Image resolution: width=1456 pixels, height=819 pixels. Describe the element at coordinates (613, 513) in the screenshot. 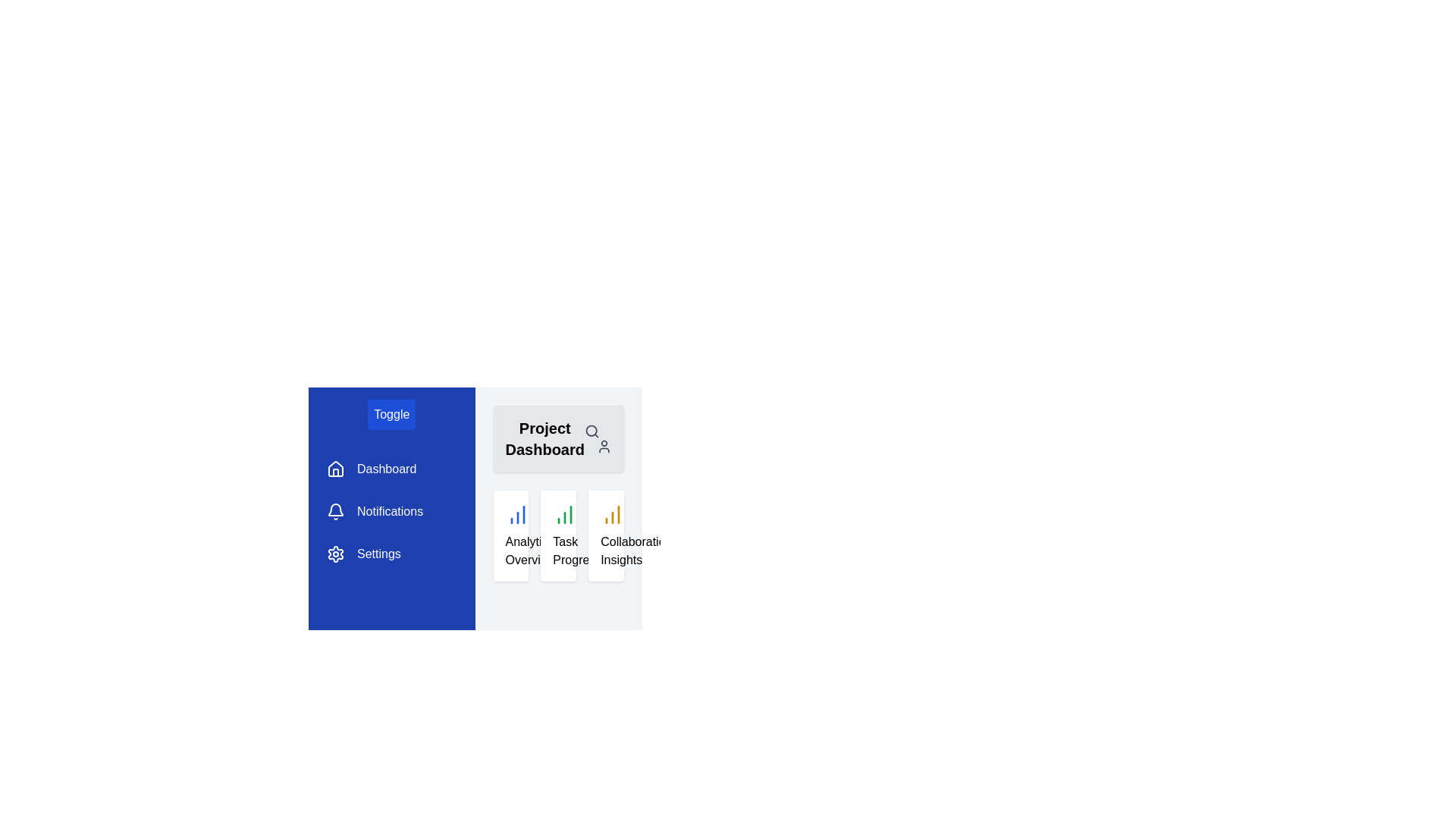

I see `the three-bar increasing column chart icon, styled in yellow, located at the top-left corner of the 'Collaboration Insights' card for informational purposes` at that location.